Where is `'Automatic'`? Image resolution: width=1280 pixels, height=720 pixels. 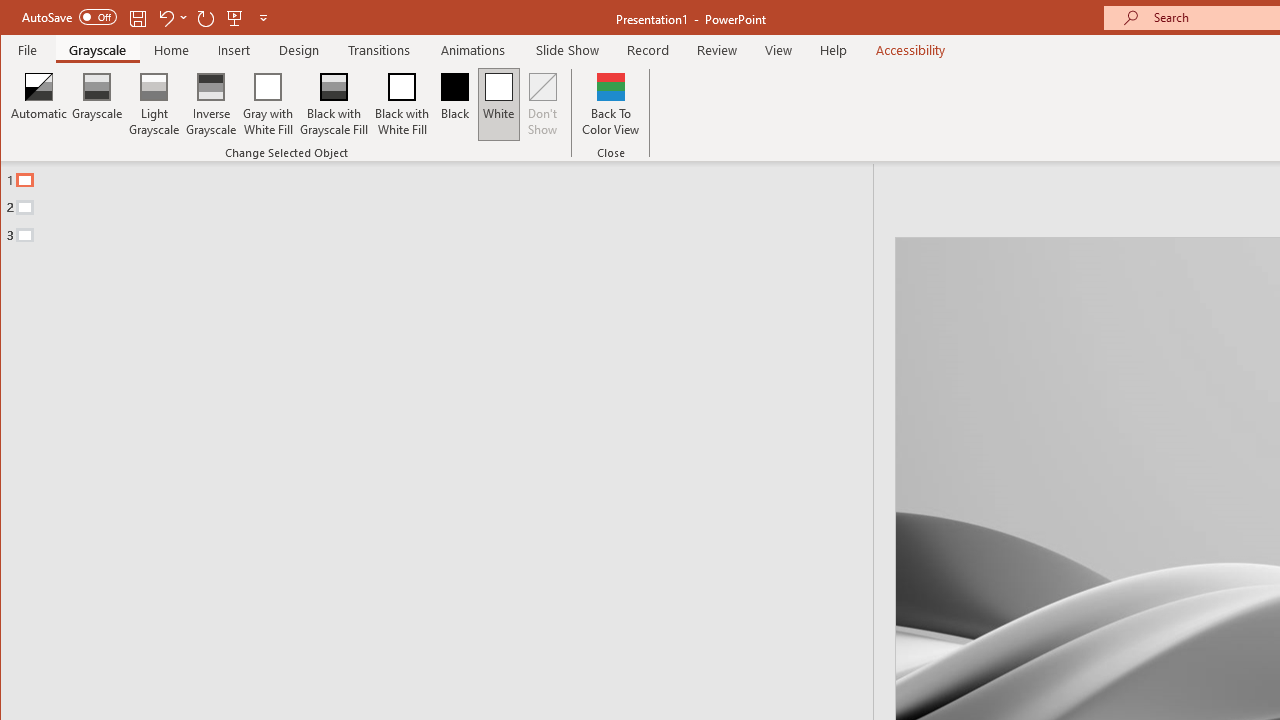 'Automatic' is located at coordinates (39, 104).